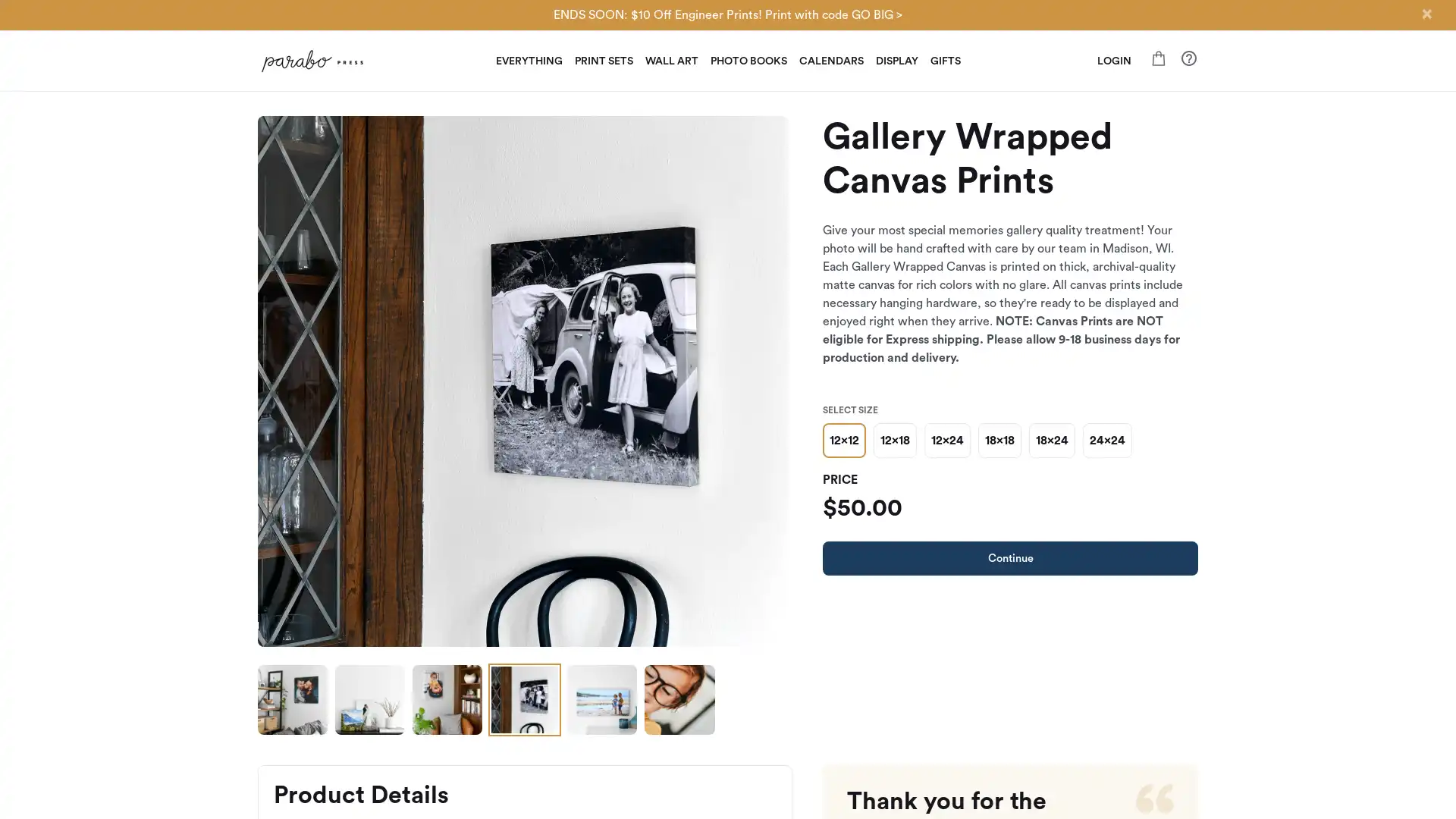 This screenshot has height=819, width=1456. I want to click on subscribe, so click(833, 584).